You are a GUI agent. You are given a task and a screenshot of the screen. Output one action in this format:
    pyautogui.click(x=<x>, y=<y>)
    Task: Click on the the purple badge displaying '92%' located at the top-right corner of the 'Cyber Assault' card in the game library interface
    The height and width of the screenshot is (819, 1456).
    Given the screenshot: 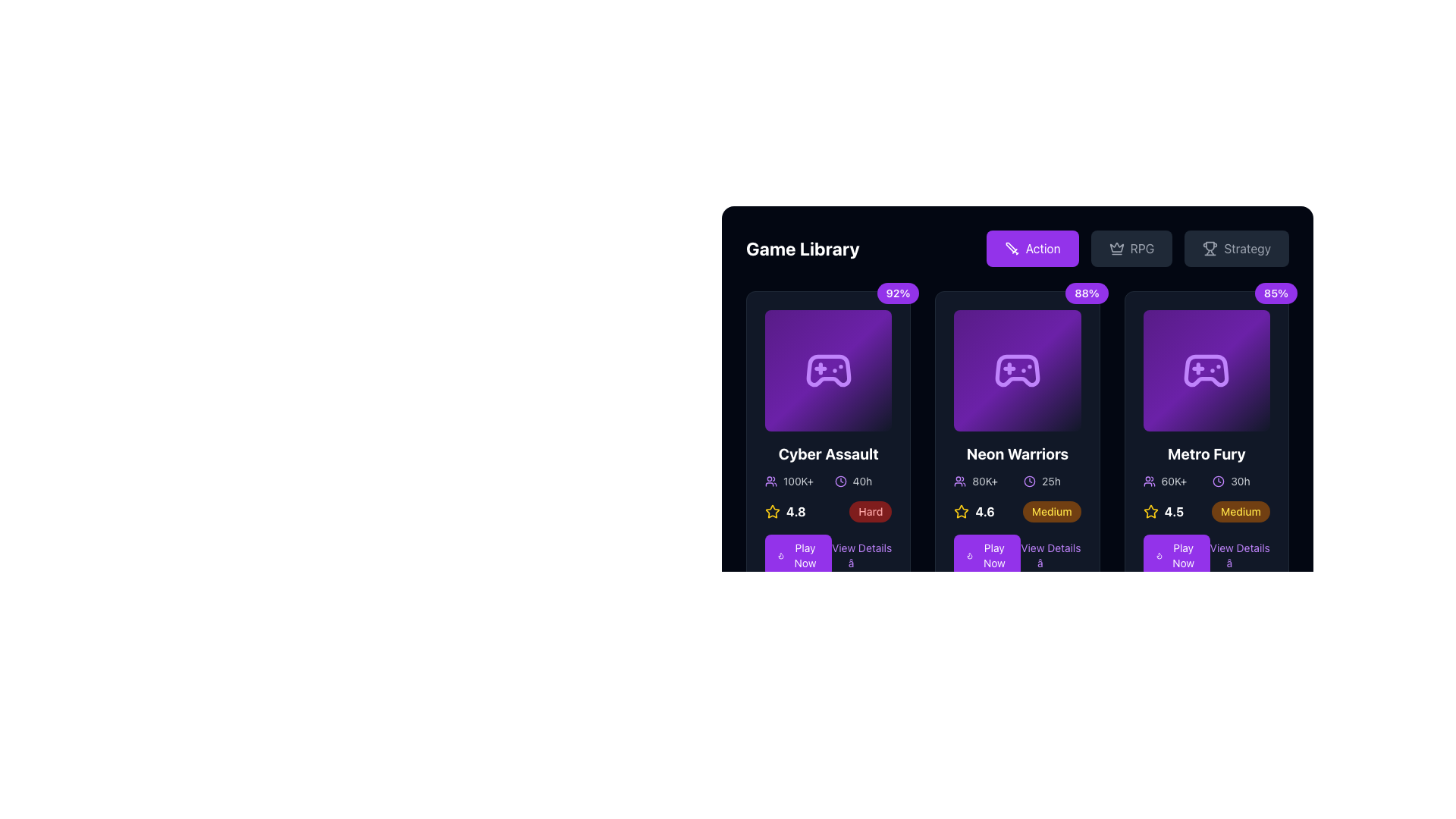 What is the action you would take?
    pyautogui.click(x=898, y=293)
    